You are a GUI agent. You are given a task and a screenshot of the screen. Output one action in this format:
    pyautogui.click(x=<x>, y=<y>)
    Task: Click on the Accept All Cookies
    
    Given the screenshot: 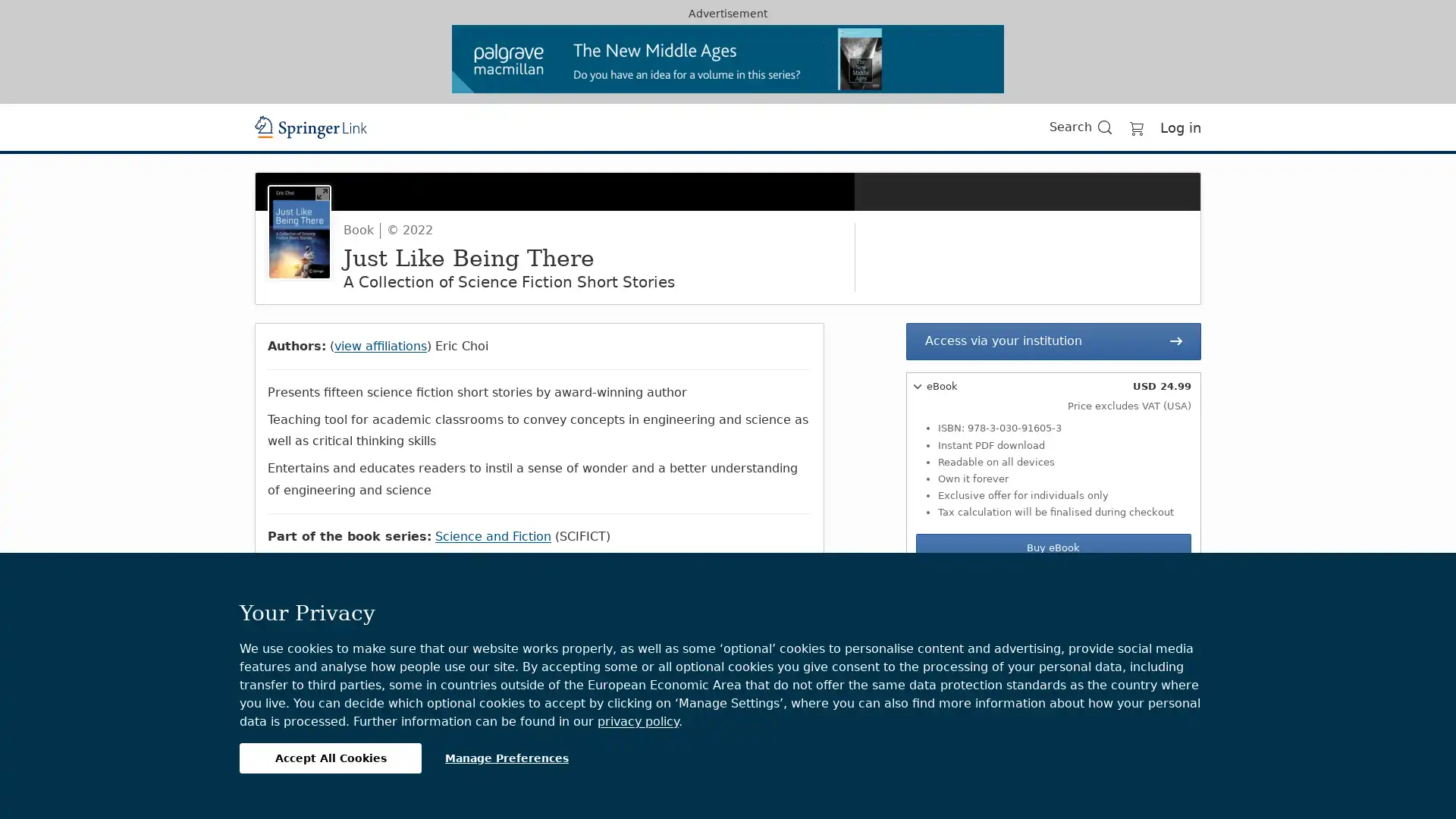 What is the action you would take?
    pyautogui.click(x=330, y=758)
    